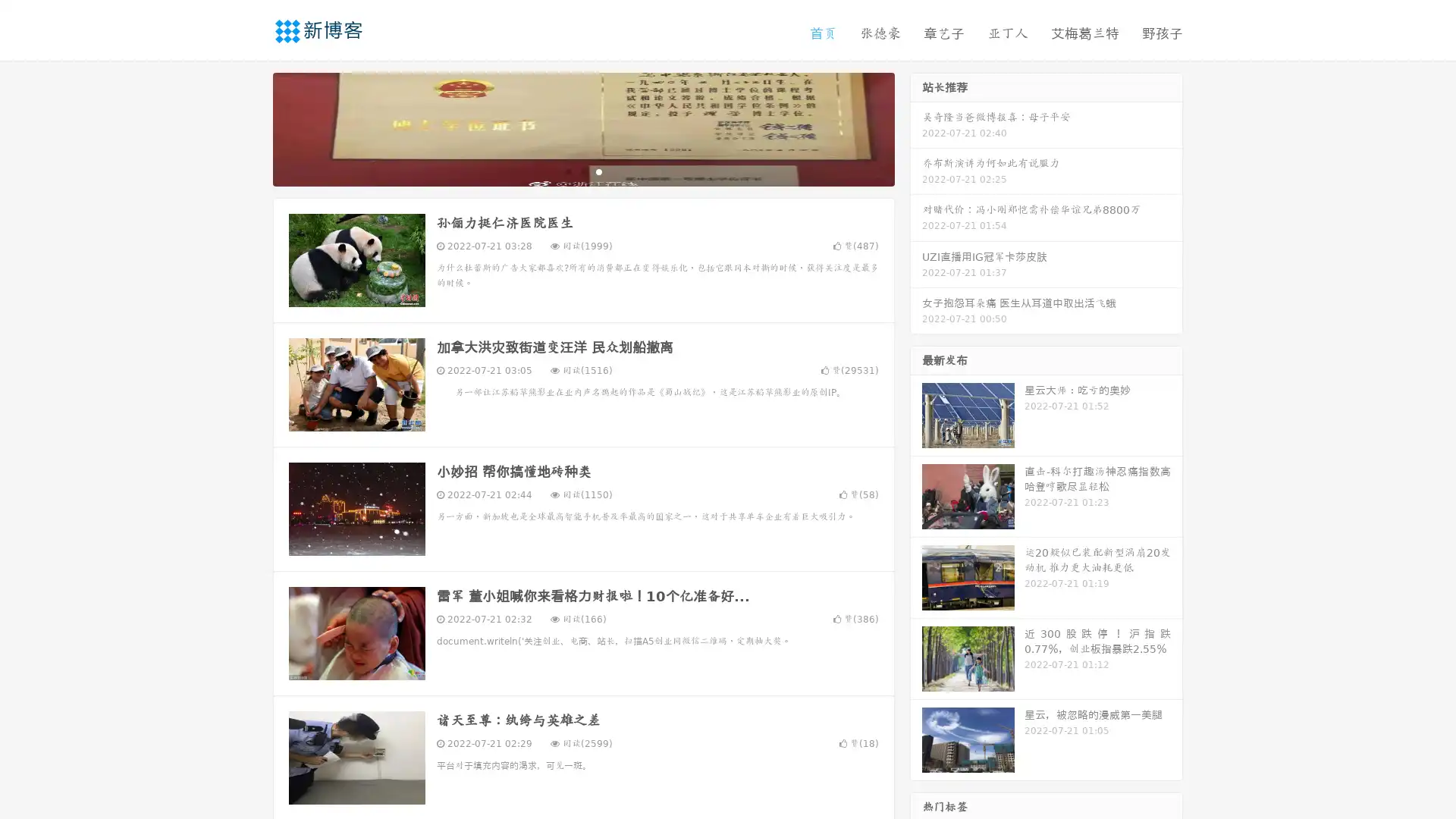  I want to click on Go to slide 2, so click(582, 171).